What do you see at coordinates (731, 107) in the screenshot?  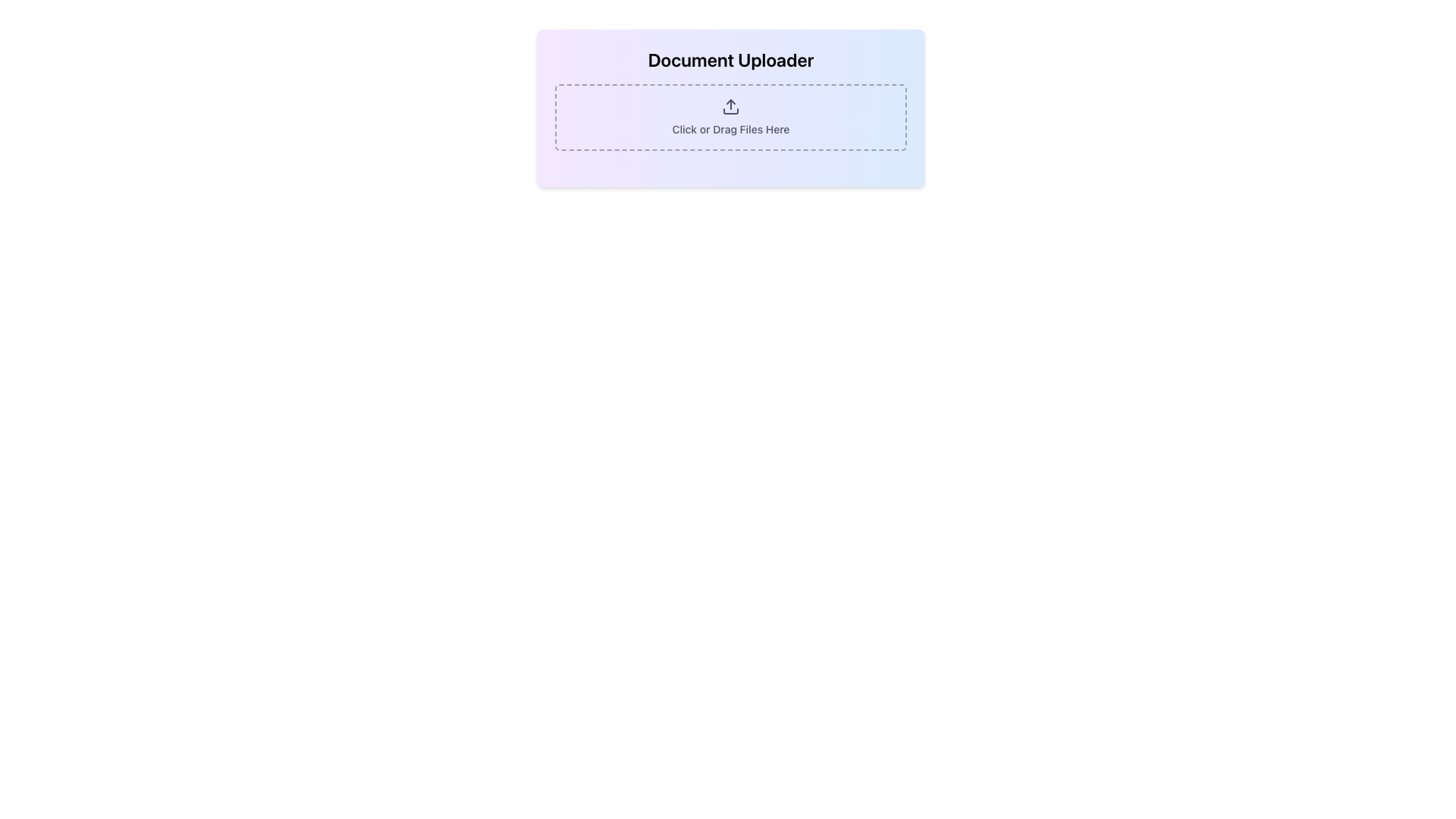 I see `the Interactive upload area grouped in a card` at bounding box center [731, 107].